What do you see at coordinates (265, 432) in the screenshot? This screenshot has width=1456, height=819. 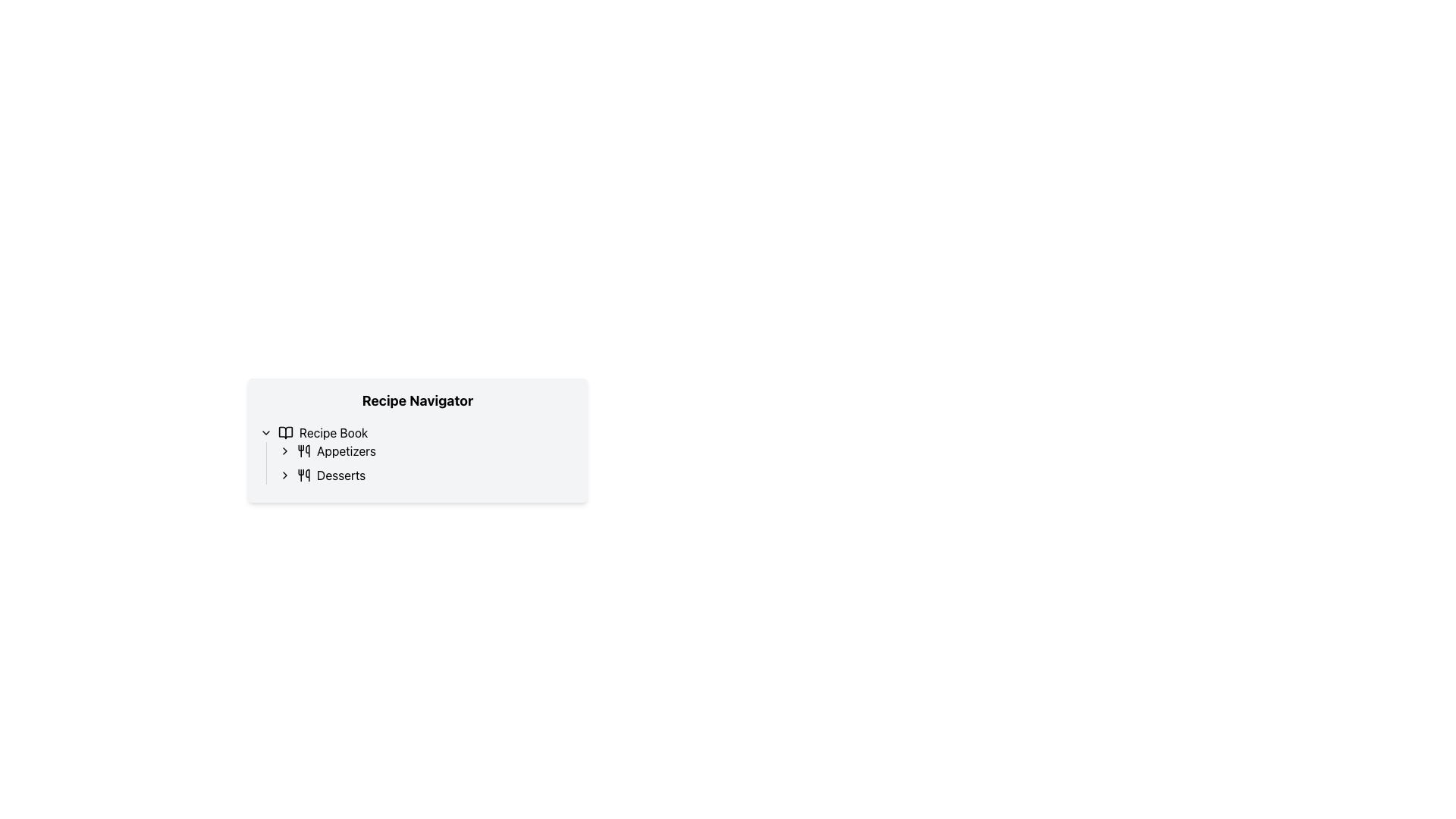 I see `the visibility toggle icon located immediately to the left of the 'Recipe Book' text` at bounding box center [265, 432].